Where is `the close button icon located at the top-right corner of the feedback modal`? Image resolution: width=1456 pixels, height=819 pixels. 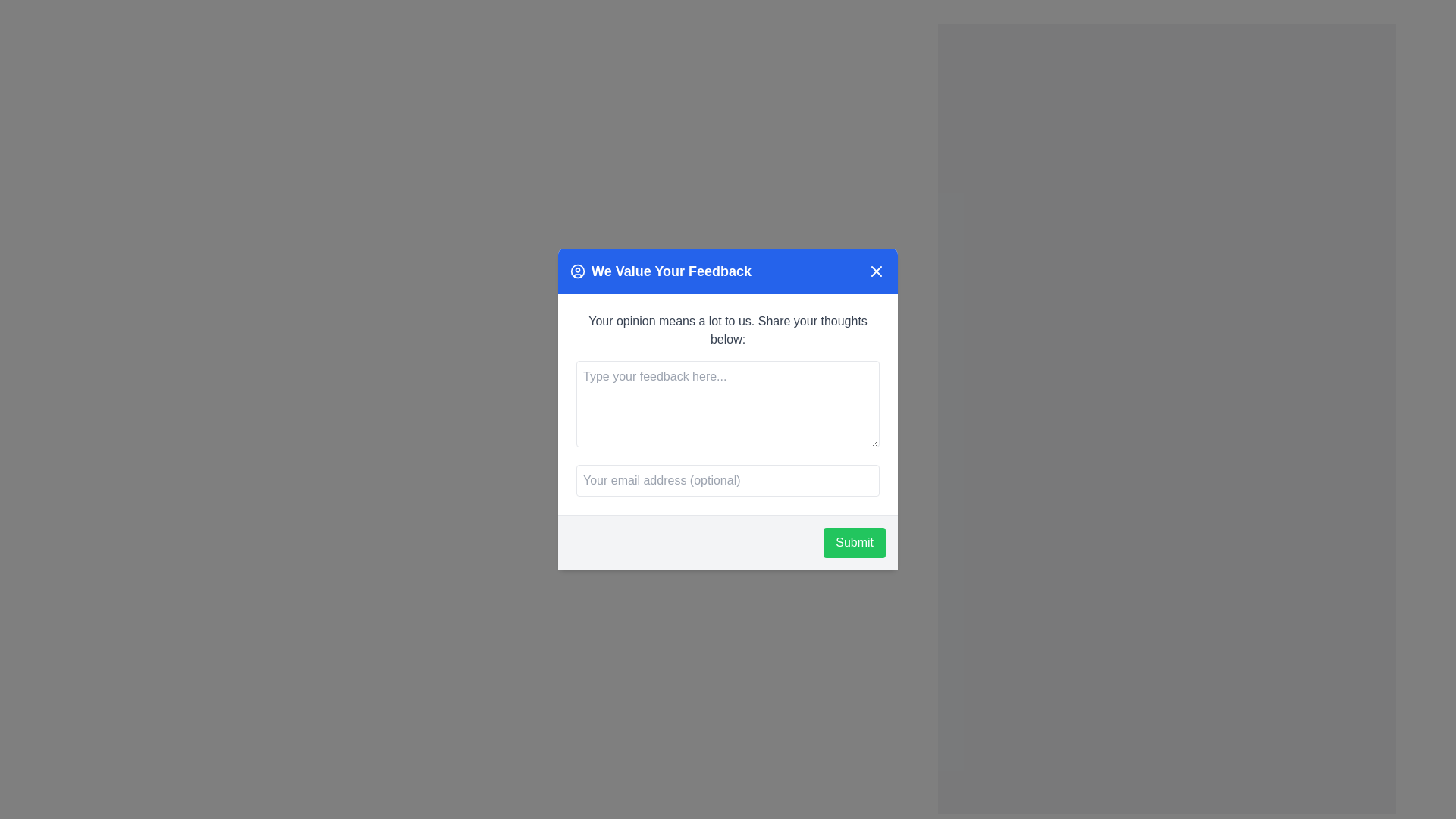
the close button icon located at the top-right corner of the feedback modal is located at coordinates (877, 271).